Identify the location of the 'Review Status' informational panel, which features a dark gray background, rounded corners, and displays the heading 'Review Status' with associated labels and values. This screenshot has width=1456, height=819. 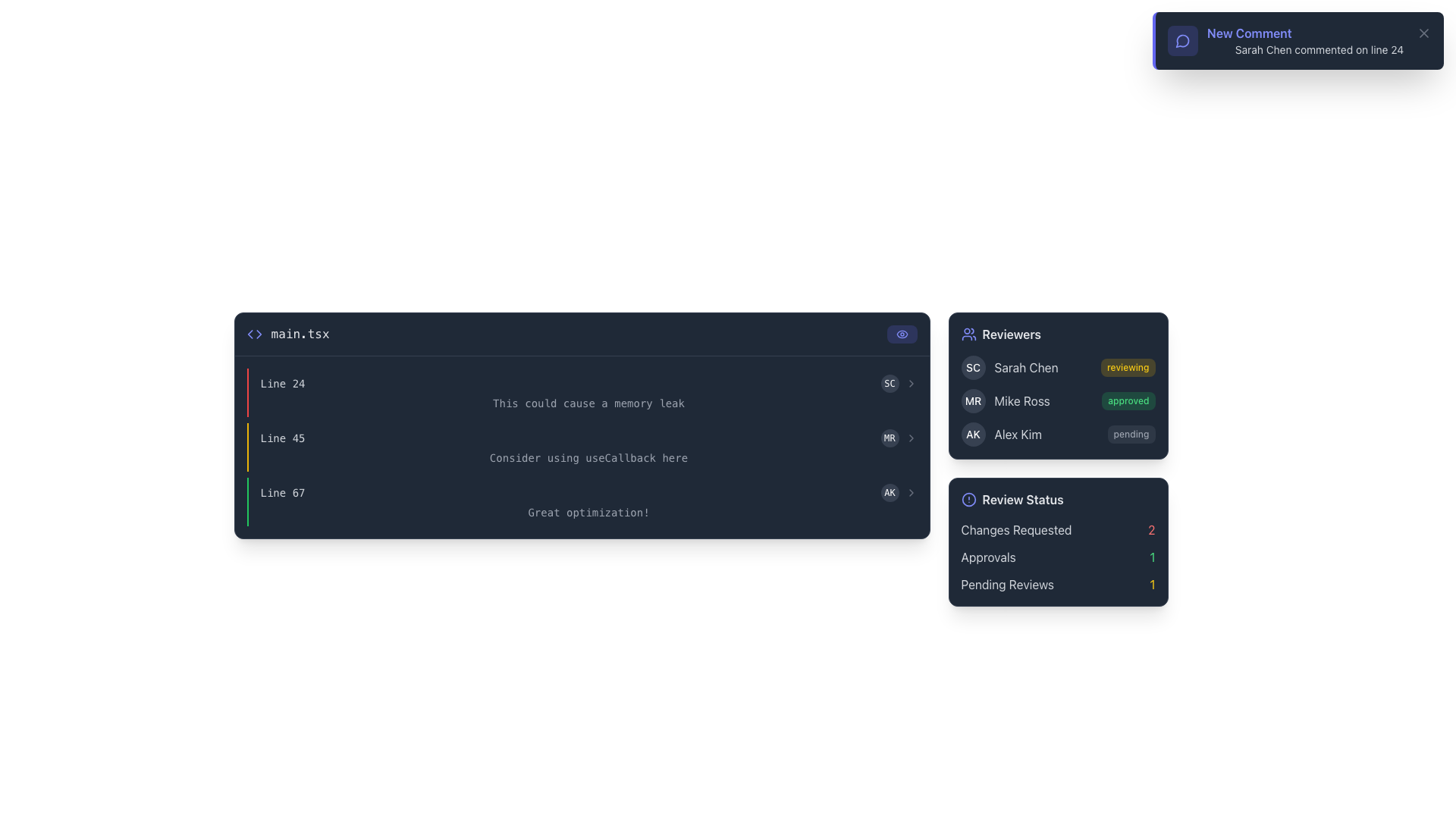
(1057, 541).